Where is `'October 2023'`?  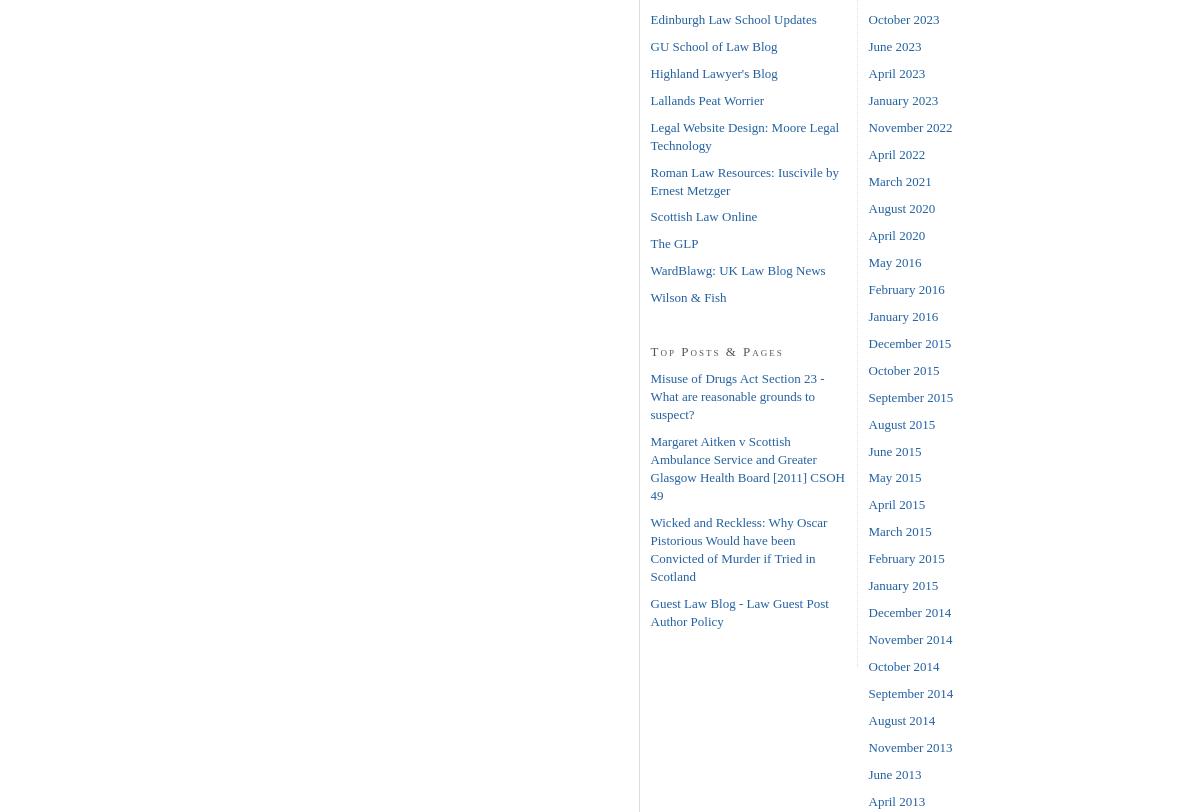
'October 2023' is located at coordinates (903, 18).